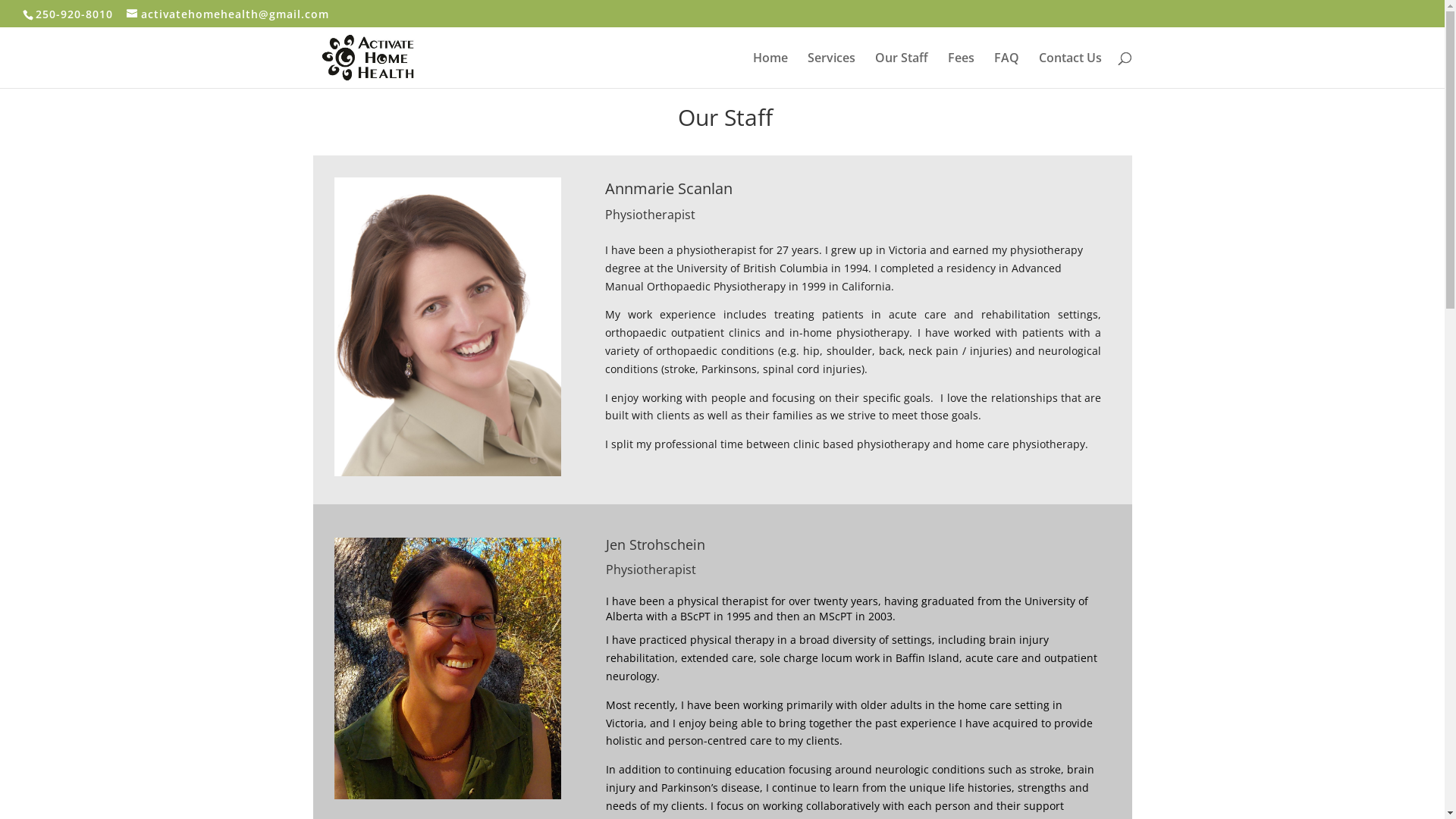  I want to click on 'Services', so click(806, 70).